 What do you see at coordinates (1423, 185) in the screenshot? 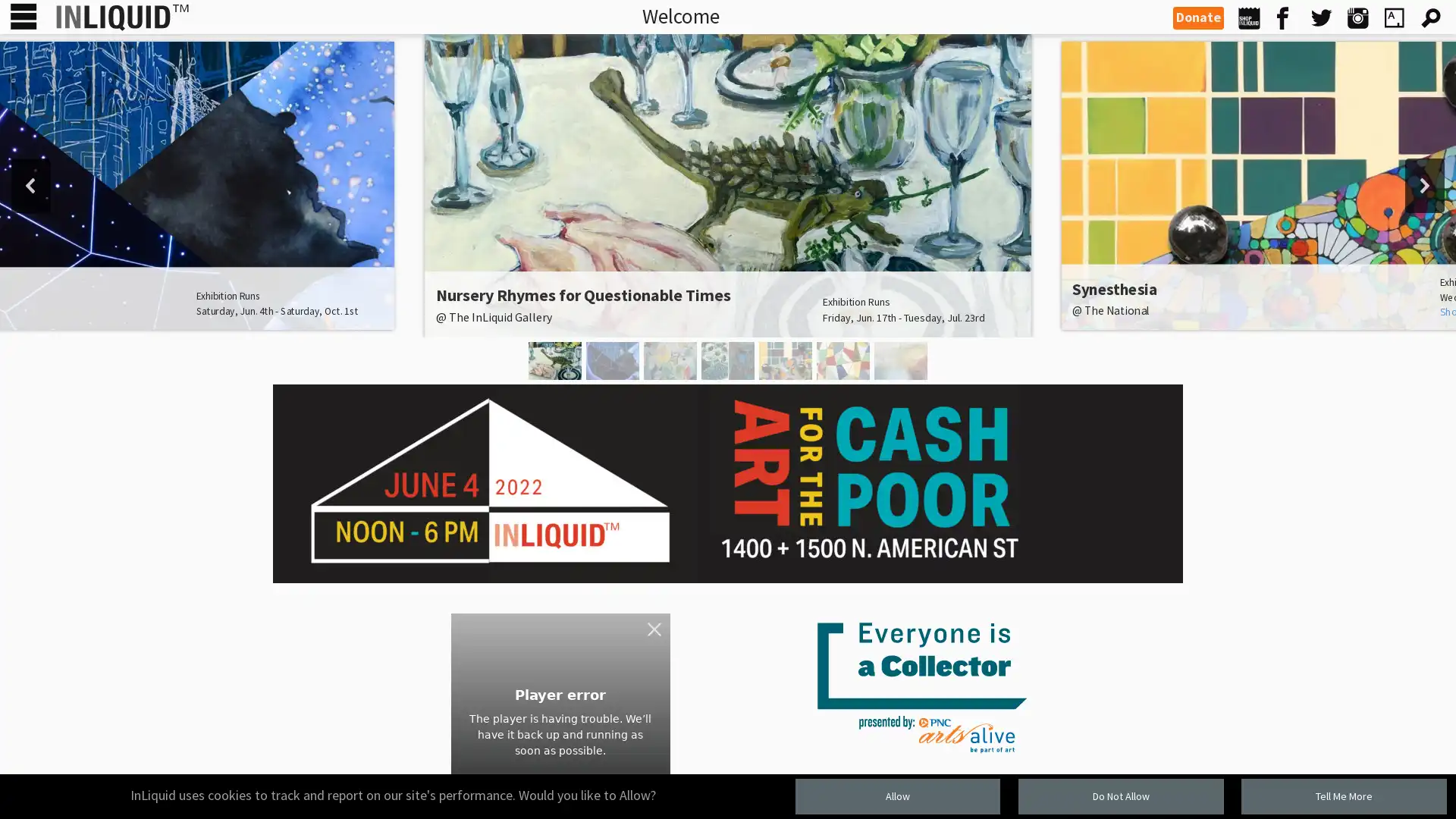
I see `next arrow` at bounding box center [1423, 185].